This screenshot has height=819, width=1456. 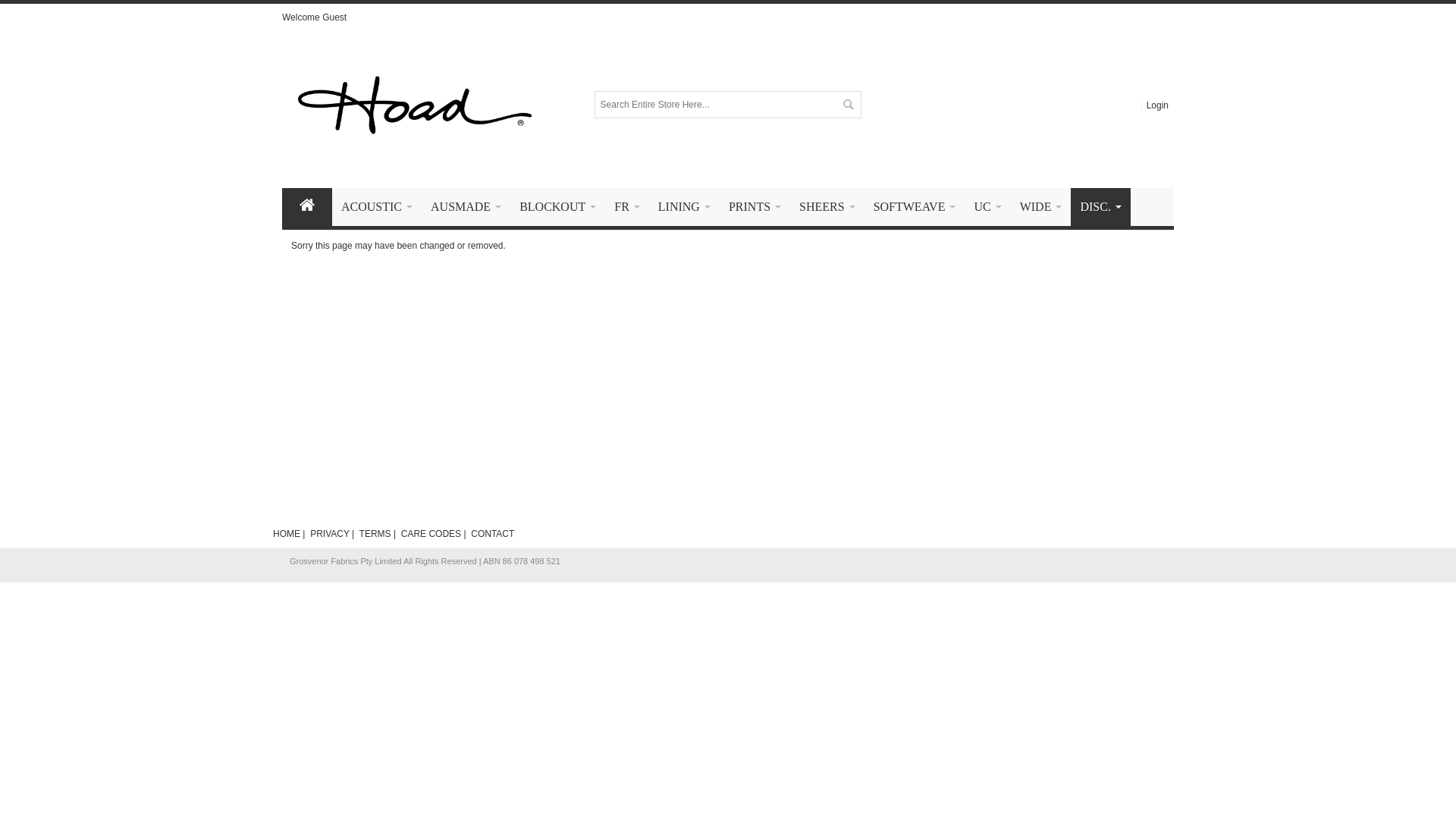 I want to click on 'WIDE  ', so click(x=1040, y=207).